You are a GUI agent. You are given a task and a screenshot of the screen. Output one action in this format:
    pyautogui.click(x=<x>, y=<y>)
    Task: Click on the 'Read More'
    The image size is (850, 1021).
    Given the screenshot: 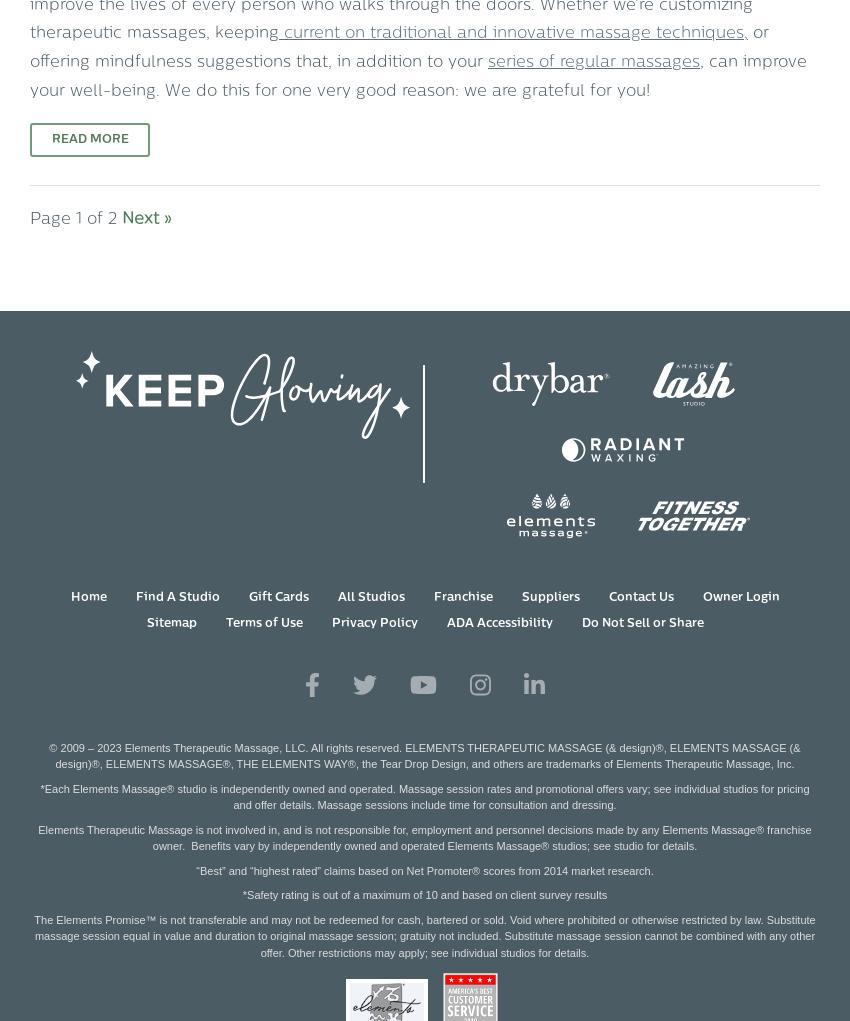 What is the action you would take?
    pyautogui.click(x=88, y=138)
    